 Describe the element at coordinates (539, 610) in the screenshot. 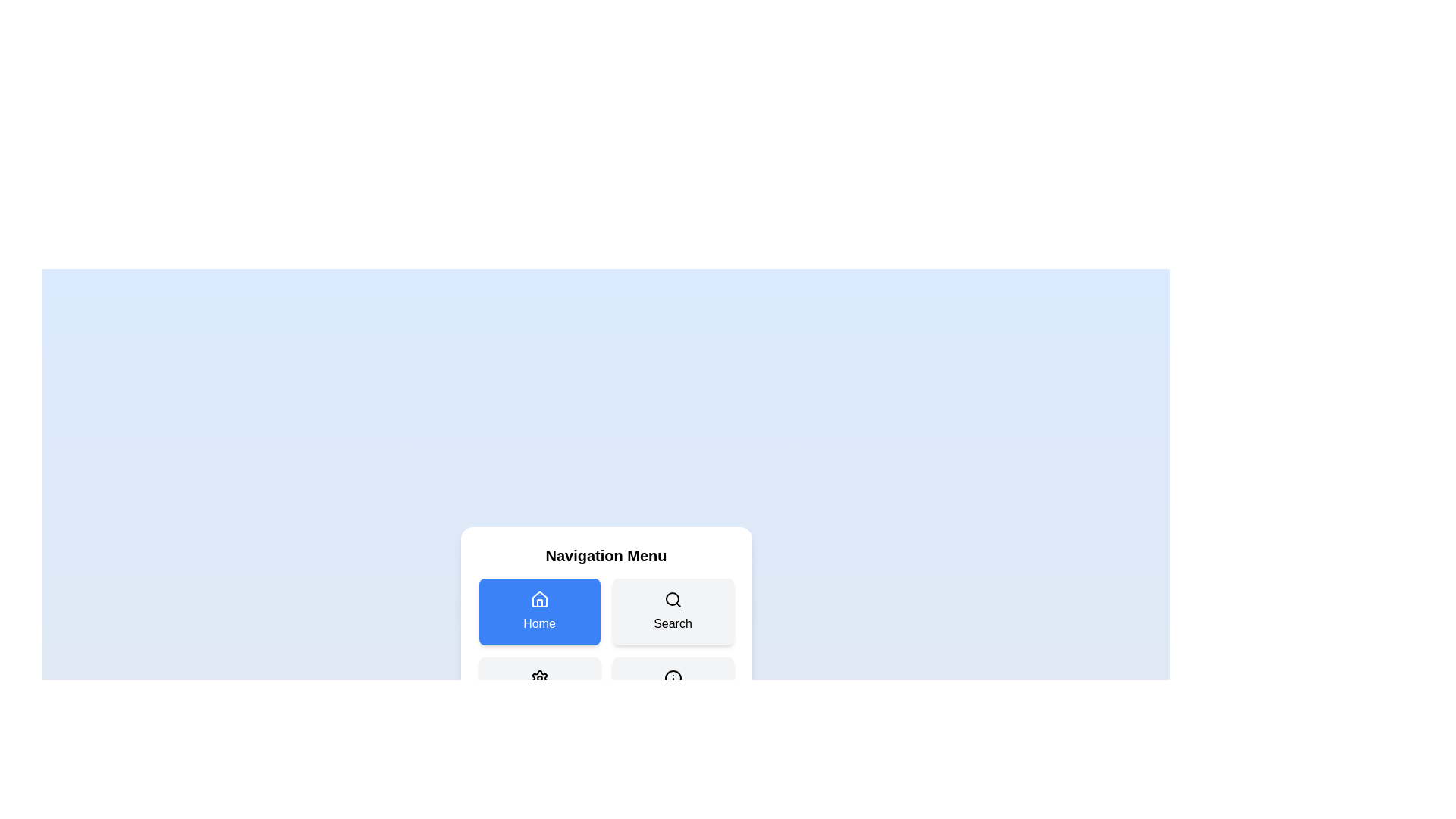

I see `the menu item Home to observe its hover effect` at that location.